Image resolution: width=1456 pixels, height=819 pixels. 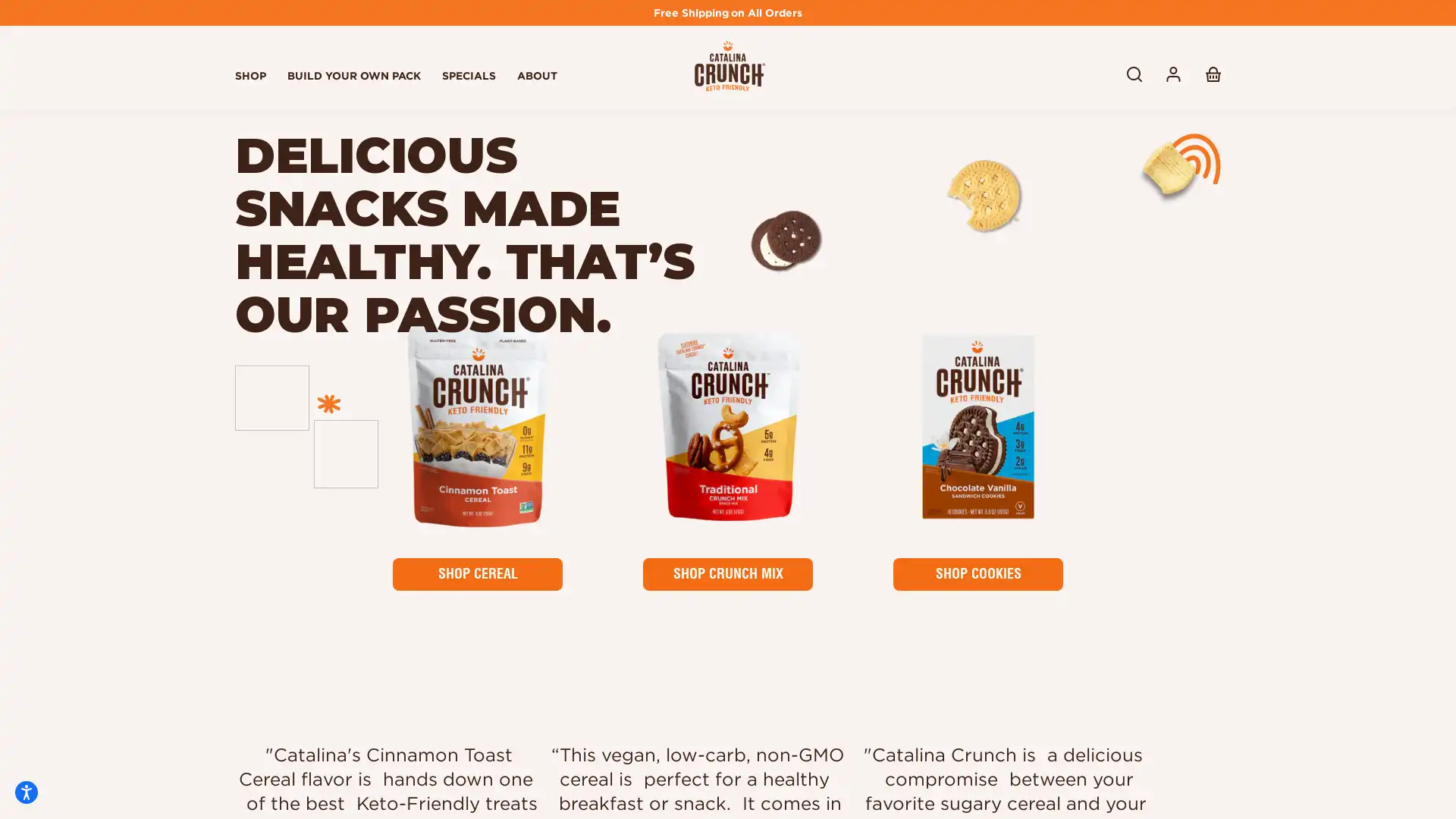 What do you see at coordinates (1134, 73) in the screenshot?
I see `Submit search` at bounding box center [1134, 73].